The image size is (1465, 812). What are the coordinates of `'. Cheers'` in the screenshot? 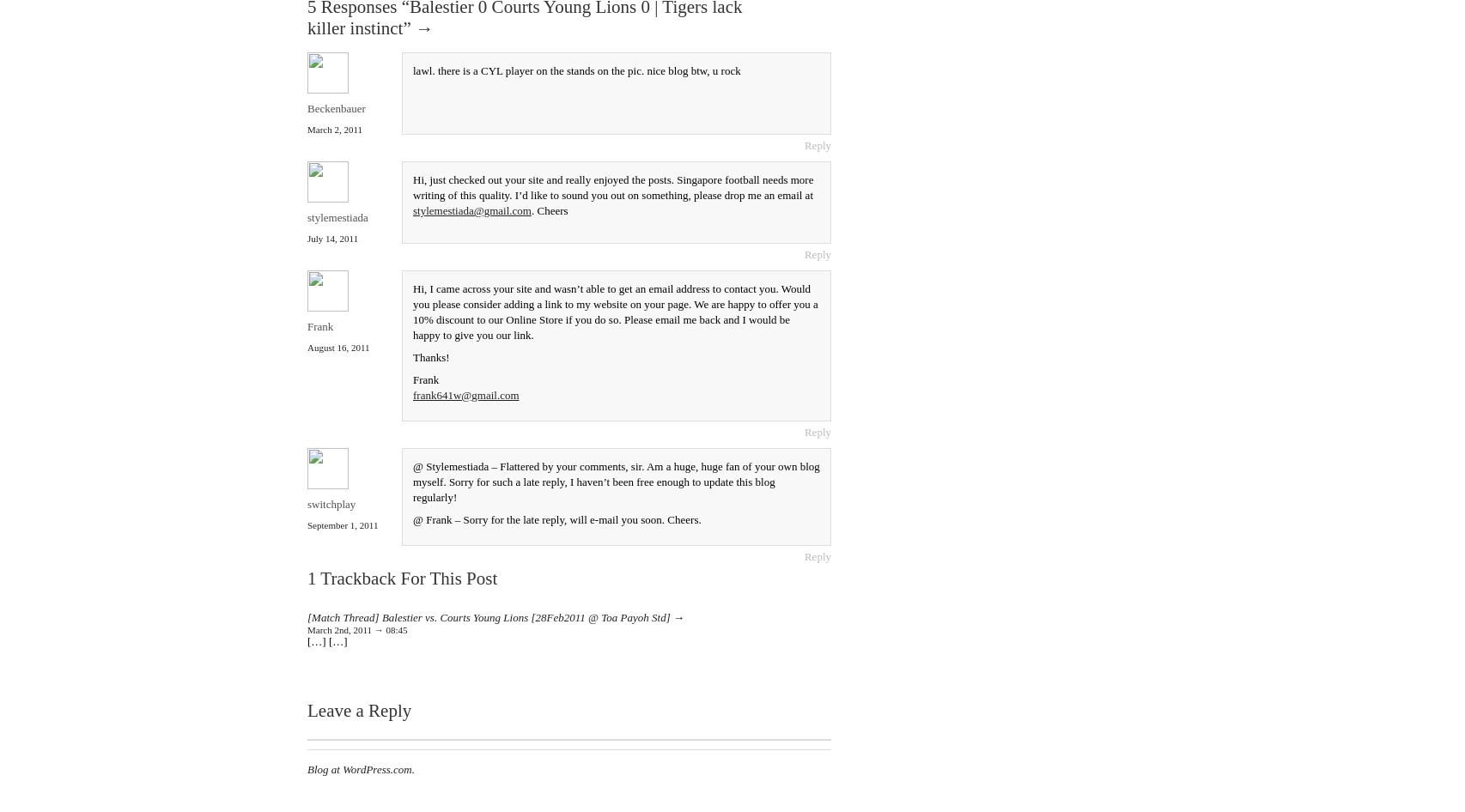 It's located at (548, 209).